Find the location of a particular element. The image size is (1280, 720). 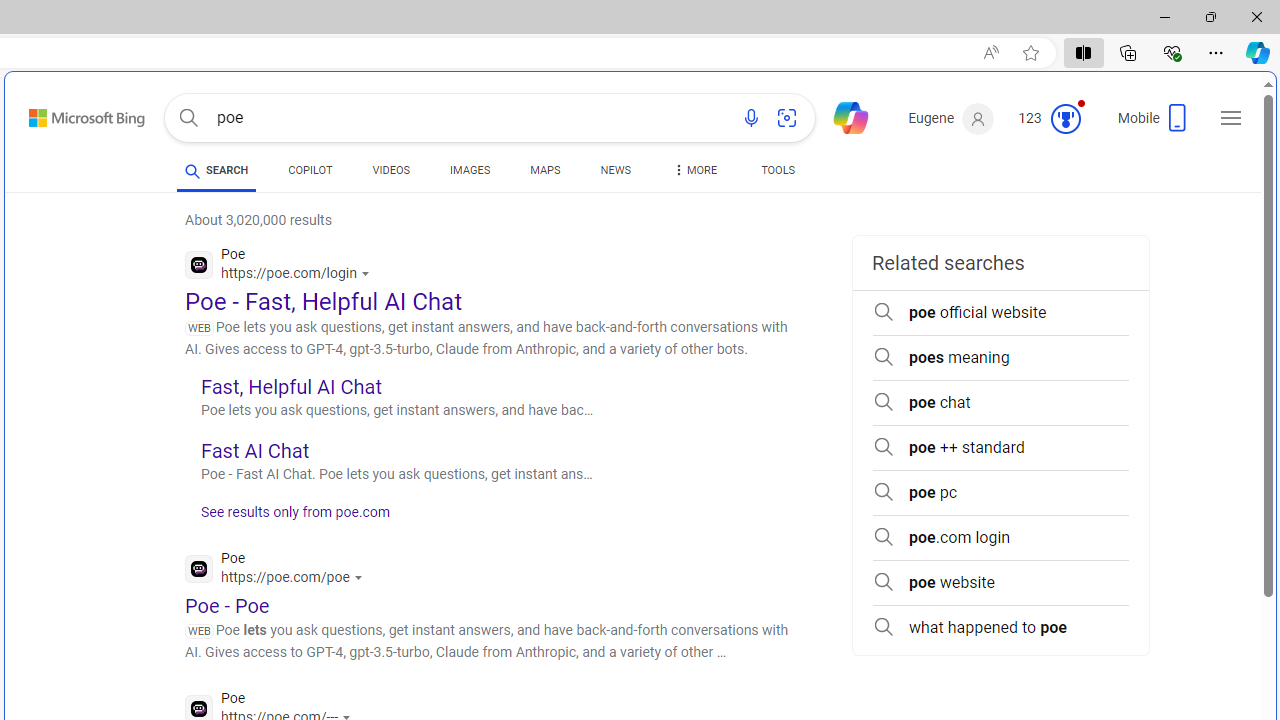

'Skip to content' is located at coordinates (65, 111).